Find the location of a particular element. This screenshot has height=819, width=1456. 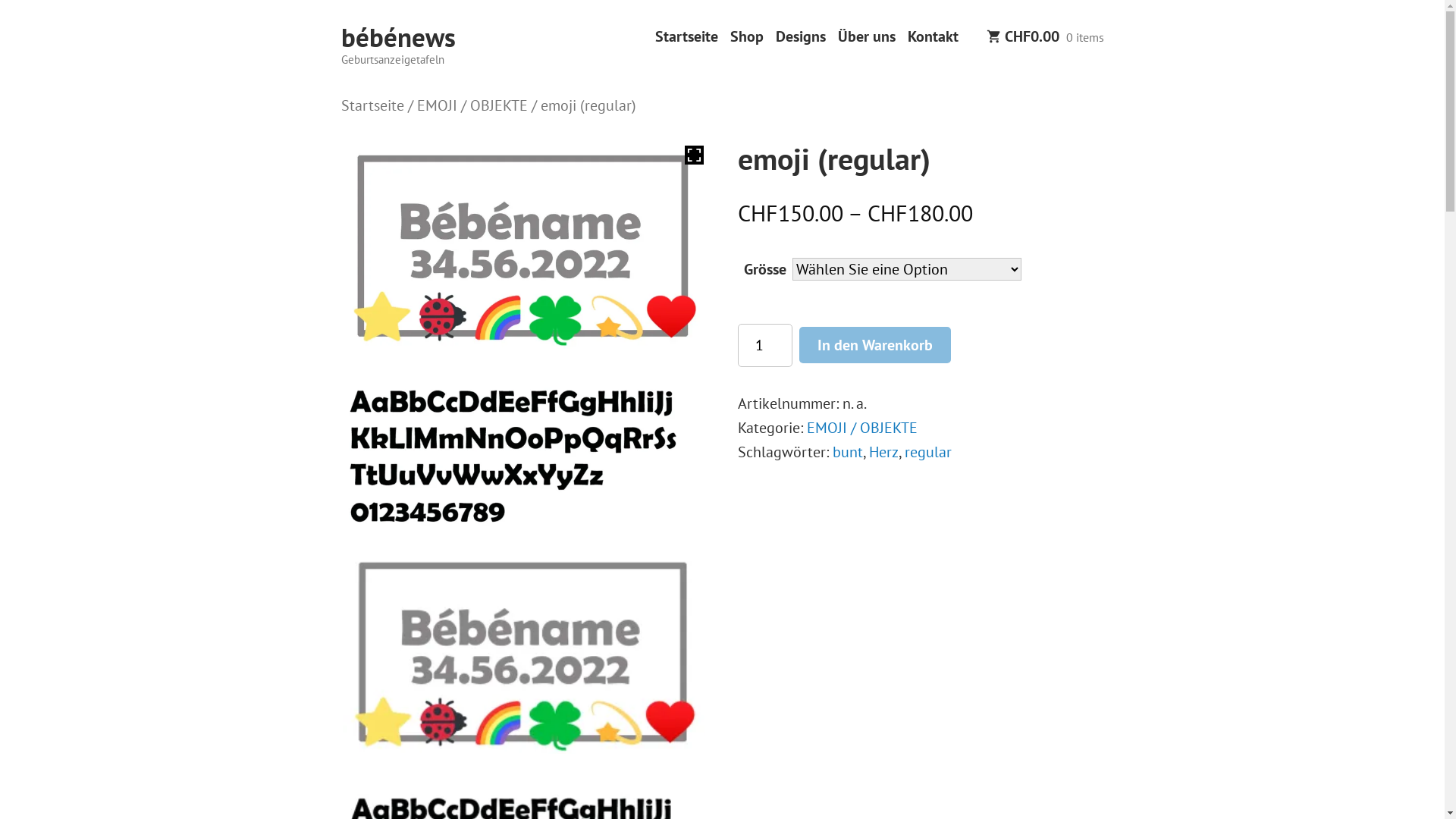

'CHF0.00 0 items' is located at coordinates (1043, 37).